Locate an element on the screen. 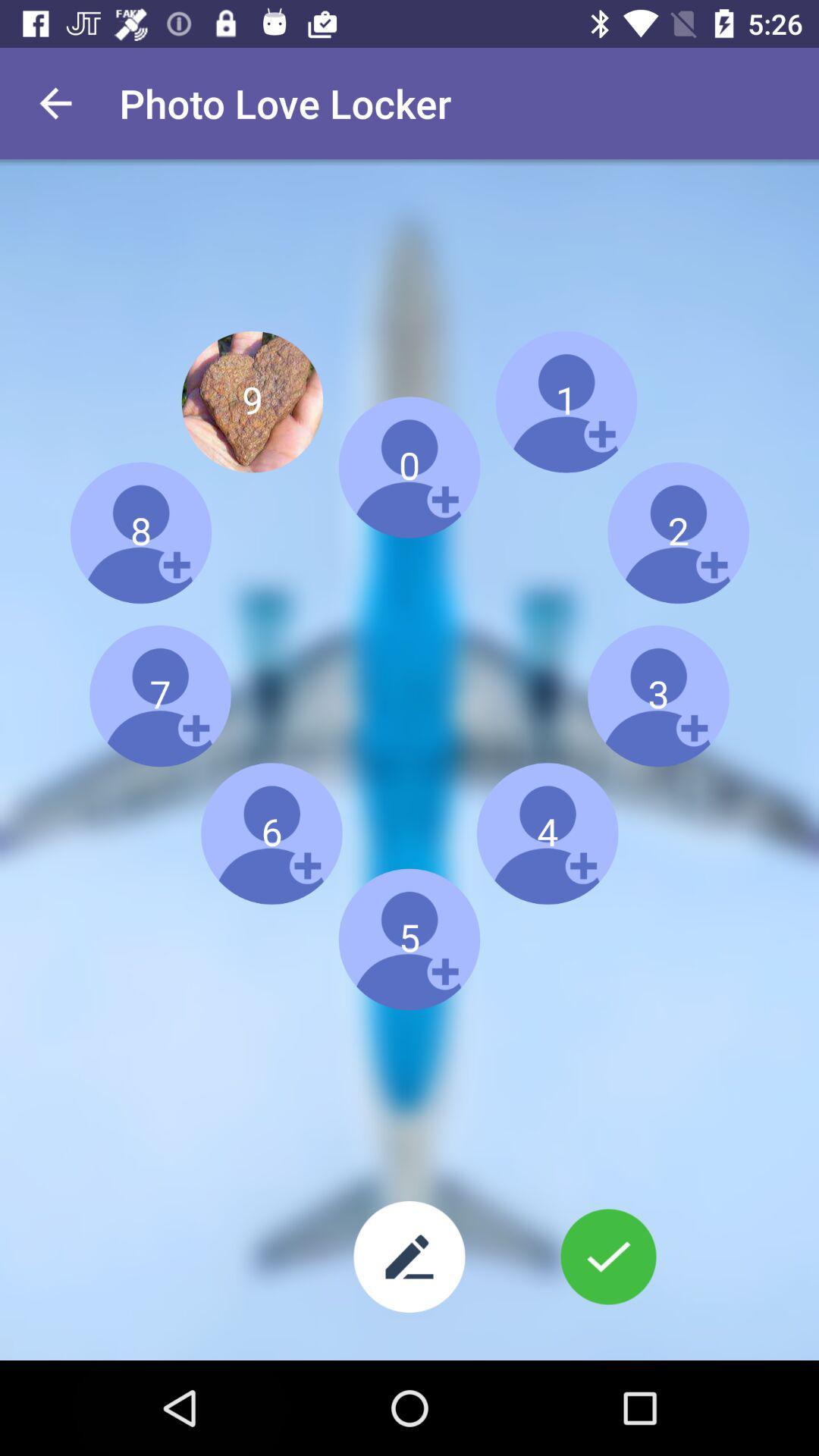  the item next to the photo love locker icon is located at coordinates (55, 102).